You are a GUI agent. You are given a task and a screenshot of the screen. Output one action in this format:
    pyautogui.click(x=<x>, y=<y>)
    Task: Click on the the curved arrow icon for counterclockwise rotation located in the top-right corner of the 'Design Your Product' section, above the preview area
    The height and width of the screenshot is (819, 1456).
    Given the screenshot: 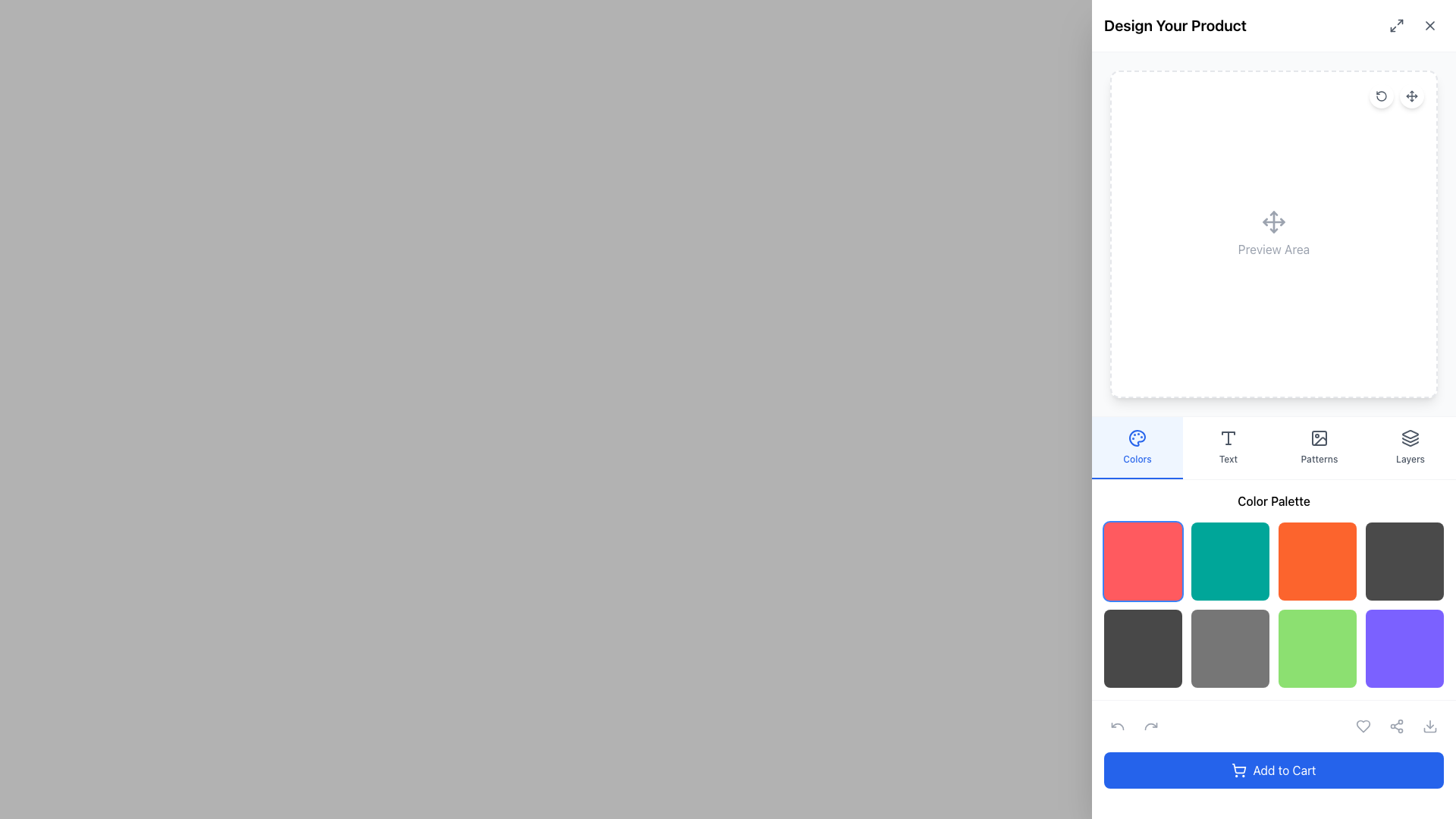 What is the action you would take?
    pyautogui.click(x=1382, y=96)
    